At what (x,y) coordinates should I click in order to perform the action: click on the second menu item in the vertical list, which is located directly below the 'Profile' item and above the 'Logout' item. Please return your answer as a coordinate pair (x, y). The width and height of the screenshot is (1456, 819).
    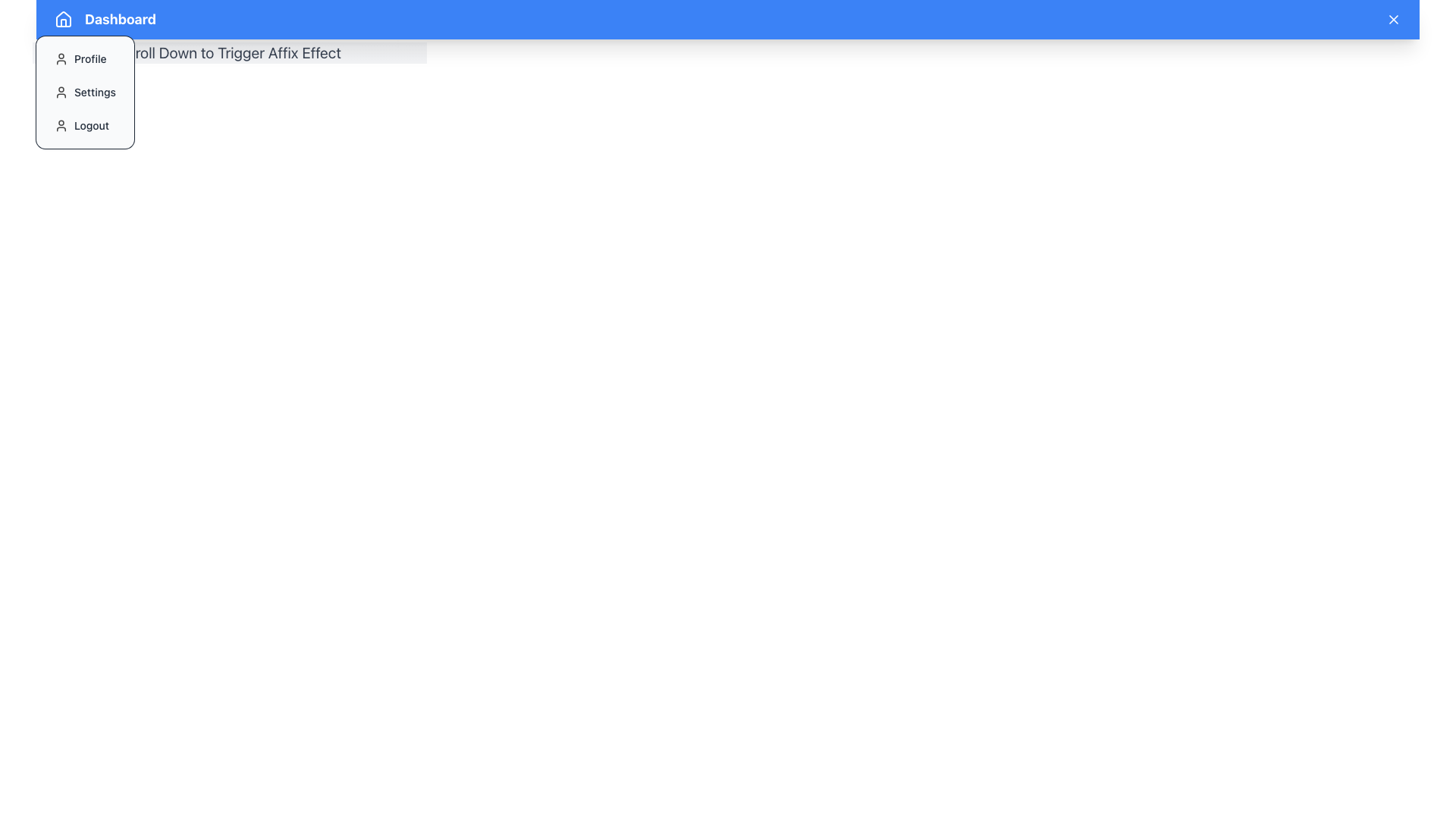
    Looking at the image, I should click on (84, 93).